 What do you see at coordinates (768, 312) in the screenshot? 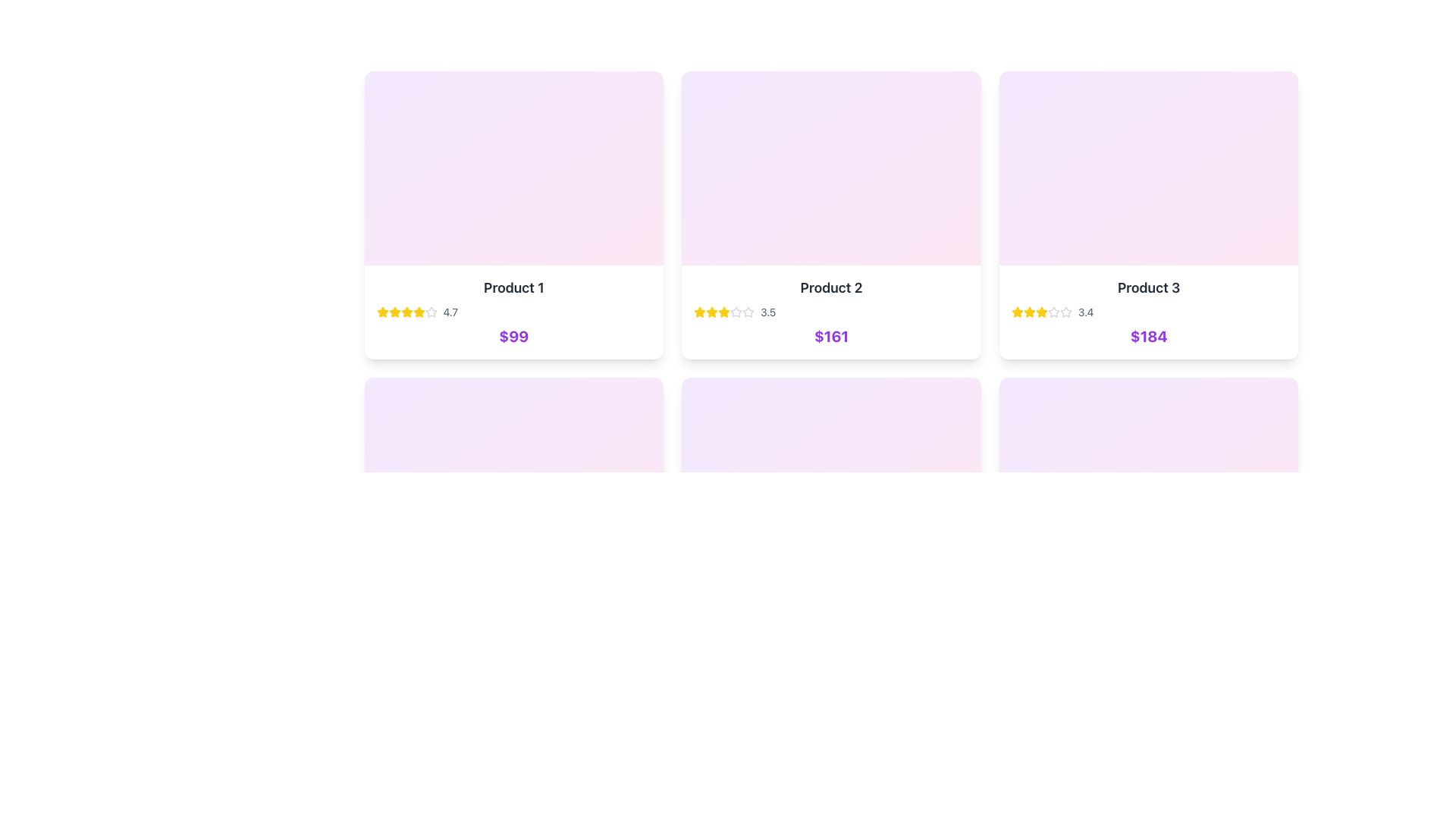
I see `the text label displaying '3.5' in gray color, which is aligned to the right of the star rating system within the 'Product 2' information card` at bounding box center [768, 312].